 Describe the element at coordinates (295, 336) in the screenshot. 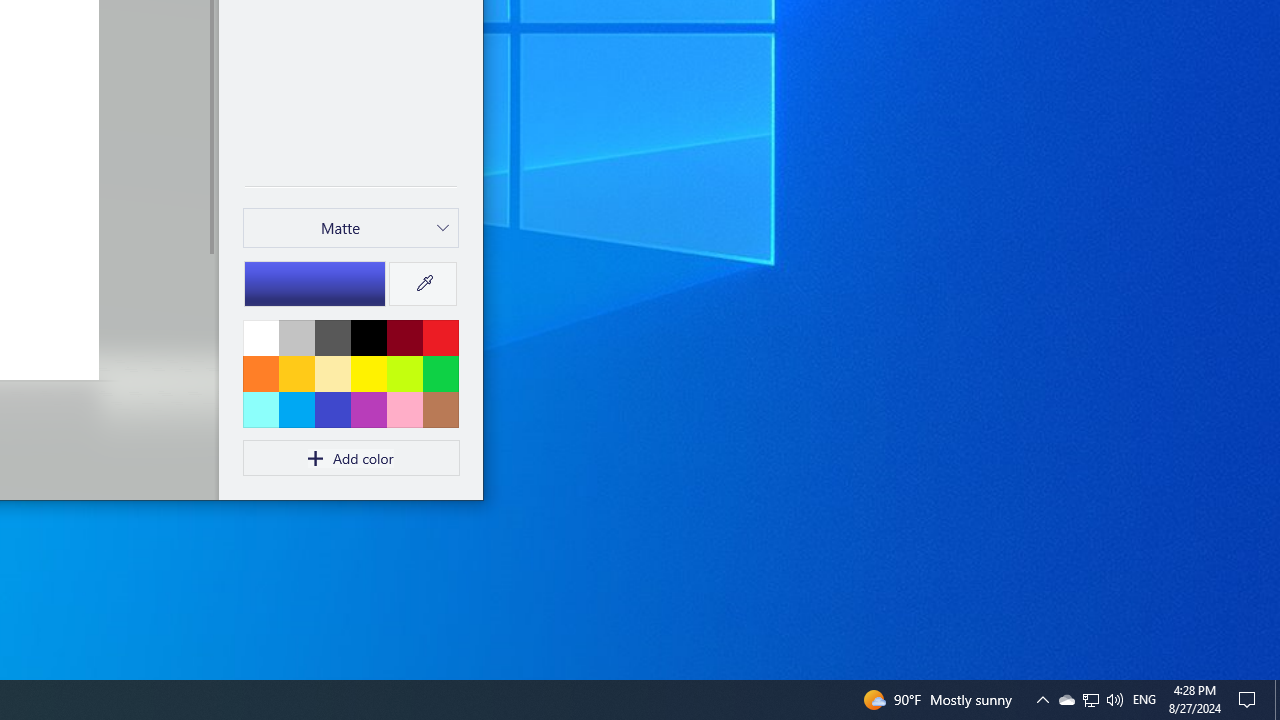

I see `'Light grey'` at that location.